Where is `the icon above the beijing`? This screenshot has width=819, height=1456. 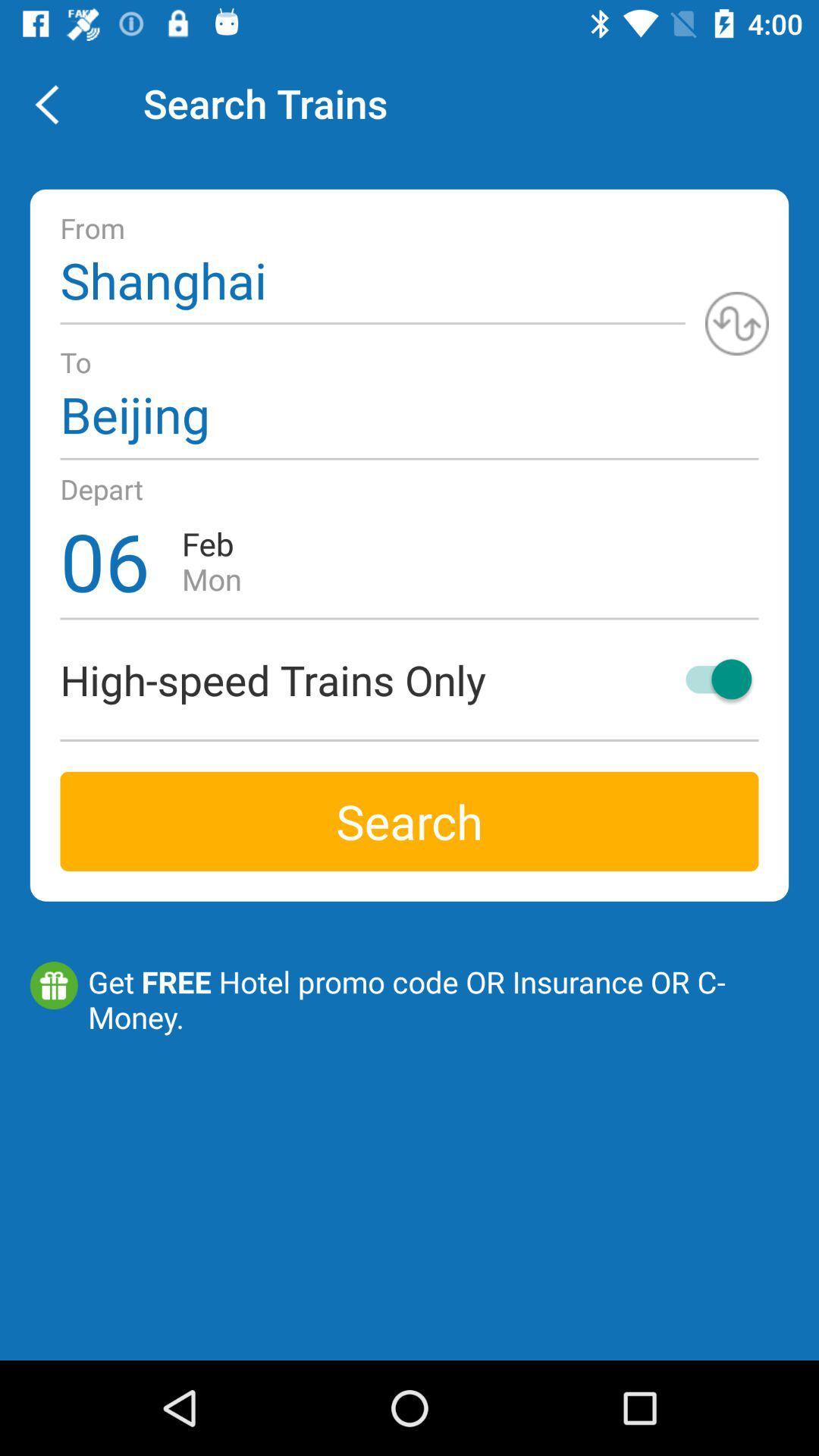 the icon above the beijing is located at coordinates (736, 322).